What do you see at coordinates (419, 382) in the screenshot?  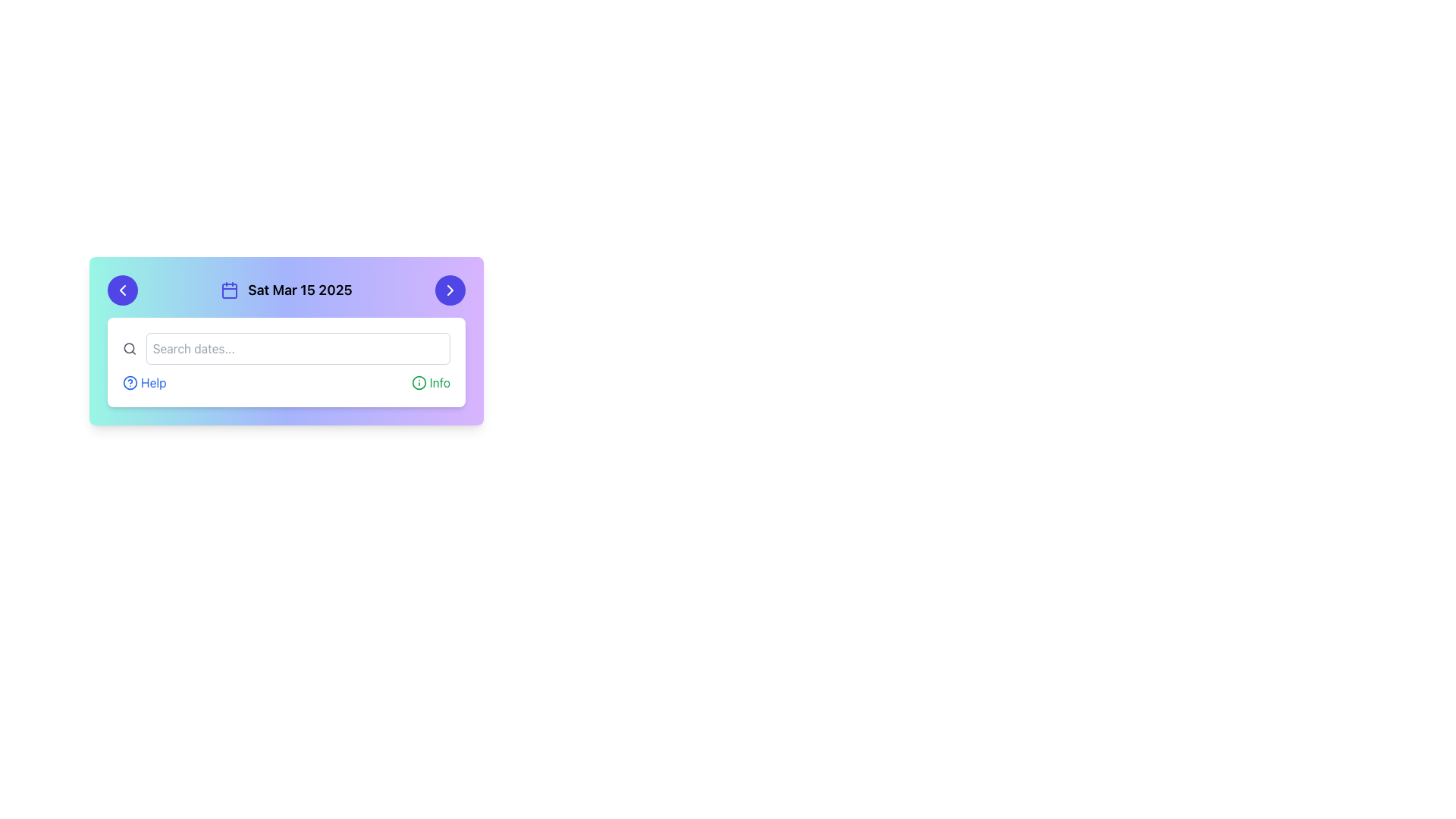 I see `the circular SVG element of the info icon located in the bottom-right area of the card-like UI component` at bounding box center [419, 382].